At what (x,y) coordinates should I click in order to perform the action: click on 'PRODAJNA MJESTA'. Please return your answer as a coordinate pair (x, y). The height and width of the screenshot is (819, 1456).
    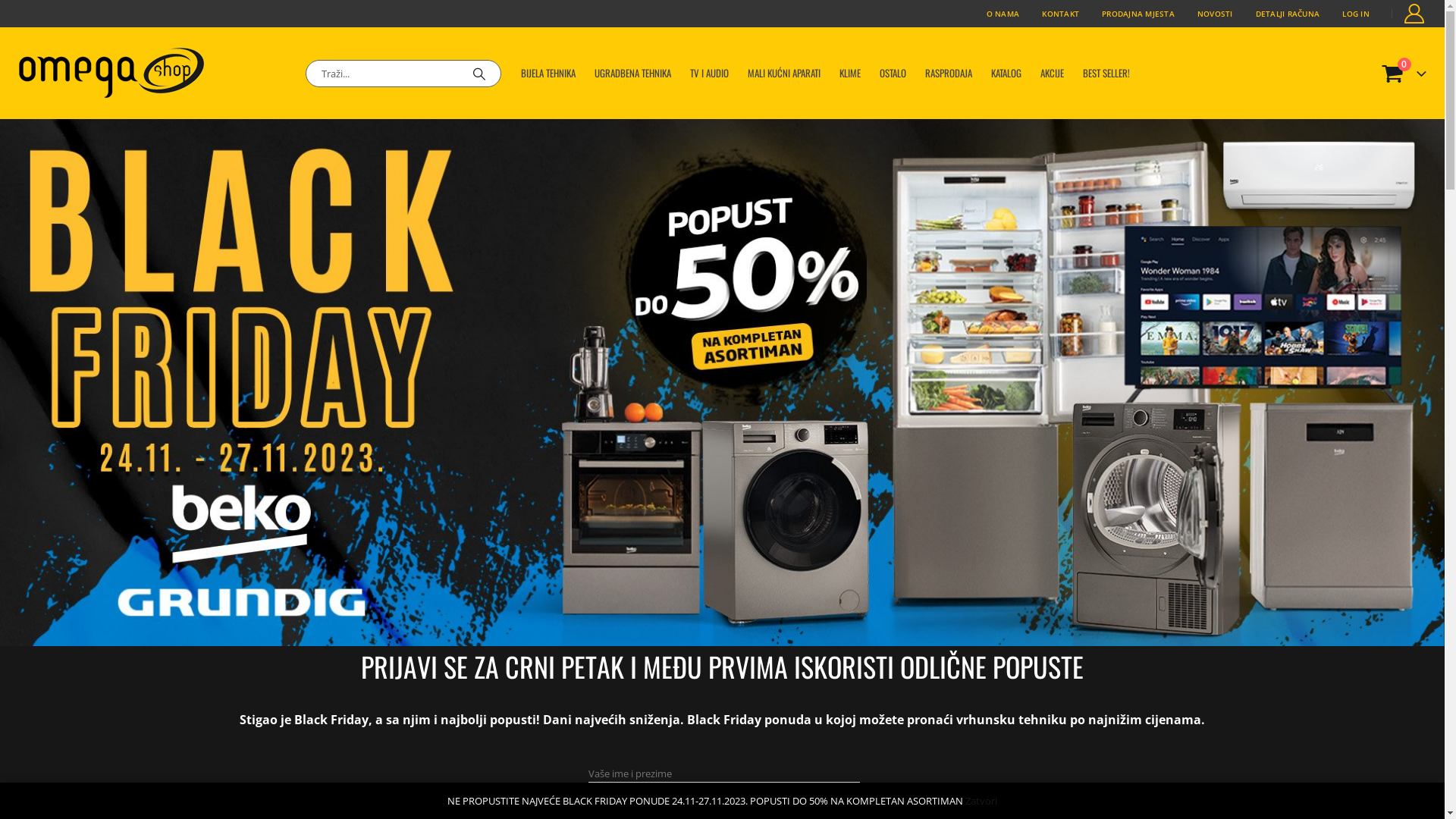
    Looking at the image, I should click on (1090, 14).